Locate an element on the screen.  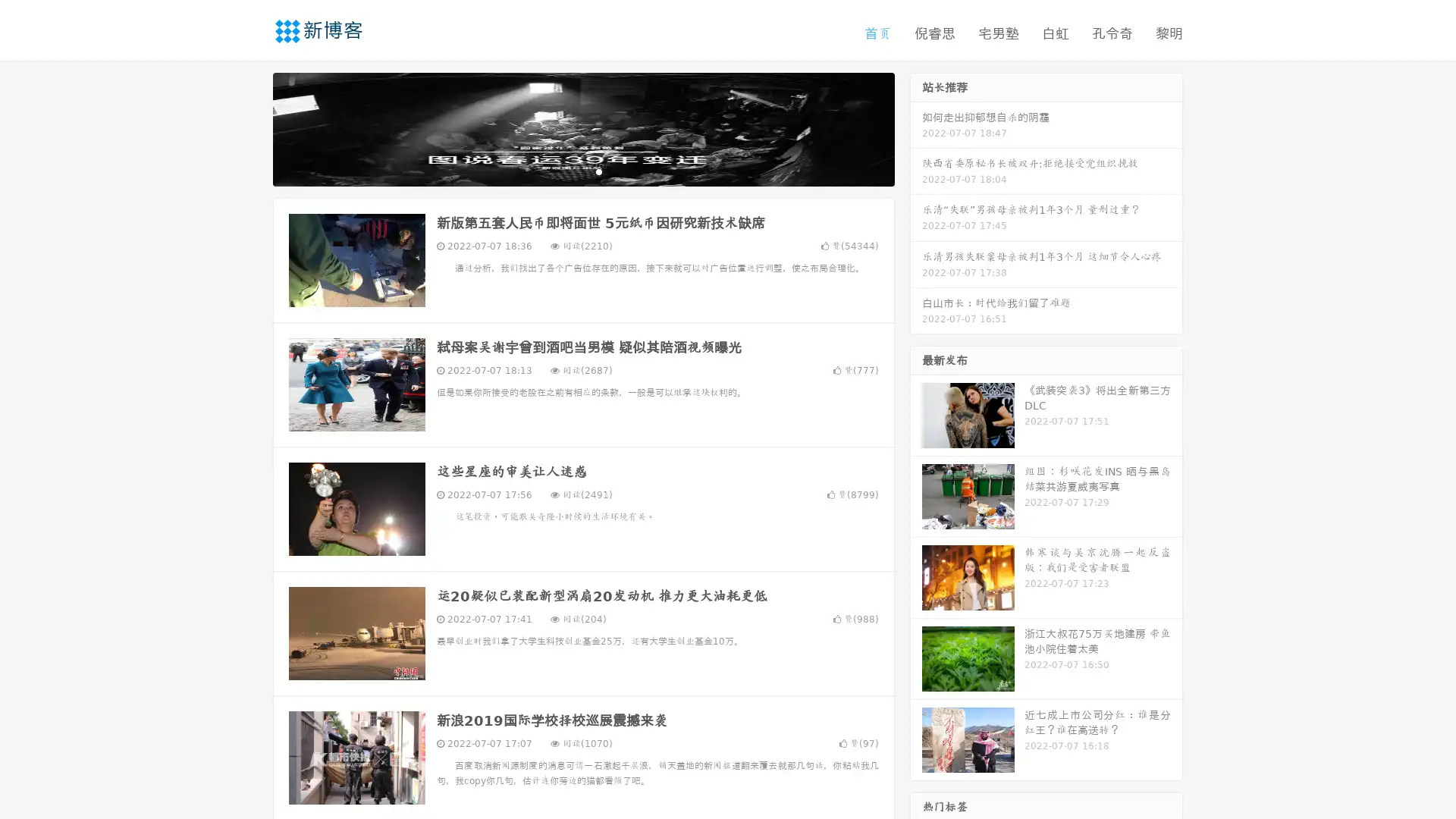
Next slide is located at coordinates (916, 127).